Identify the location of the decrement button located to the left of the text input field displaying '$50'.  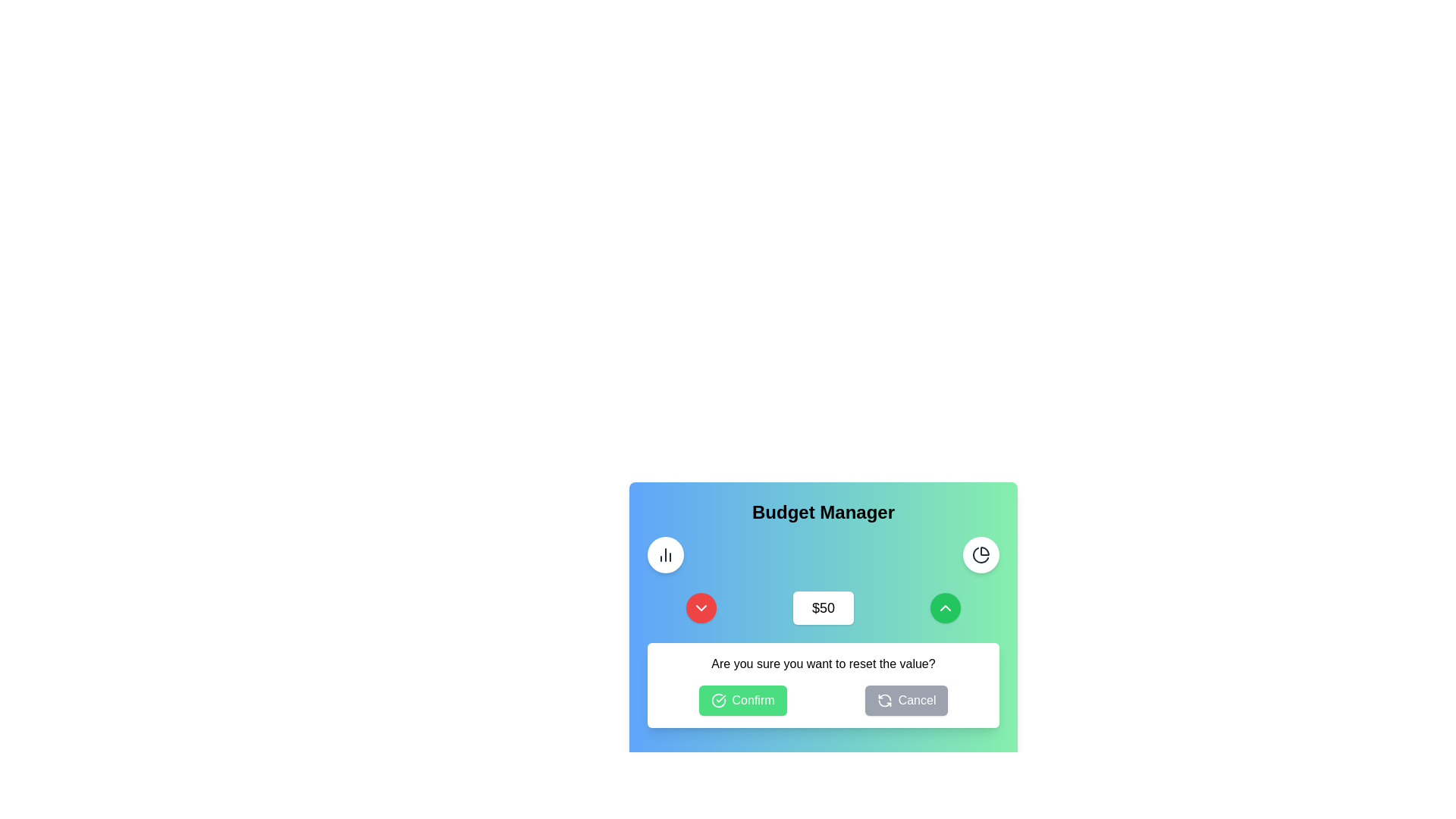
(700, 607).